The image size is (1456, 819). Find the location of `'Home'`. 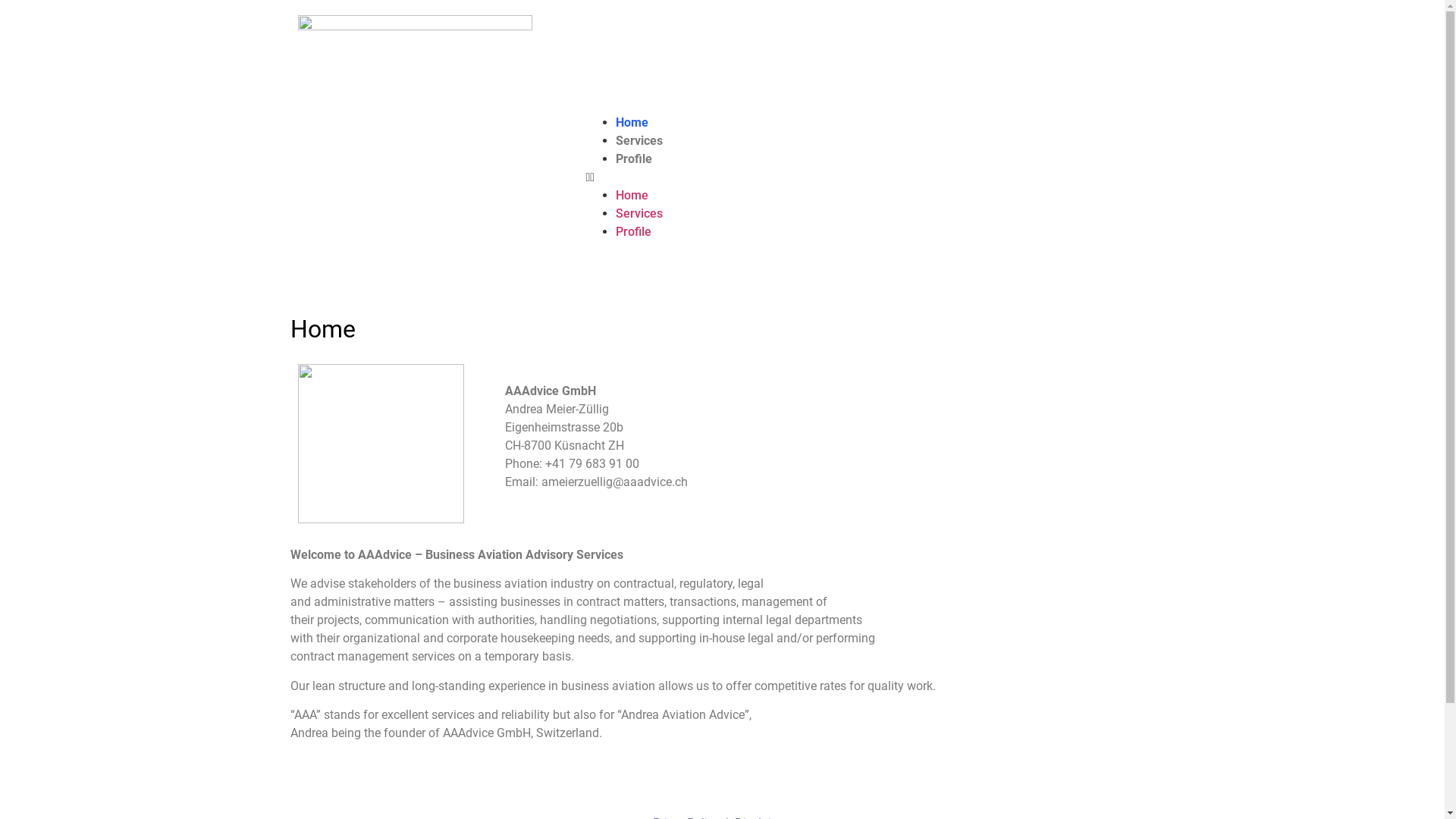

'Home' is located at coordinates (615, 194).